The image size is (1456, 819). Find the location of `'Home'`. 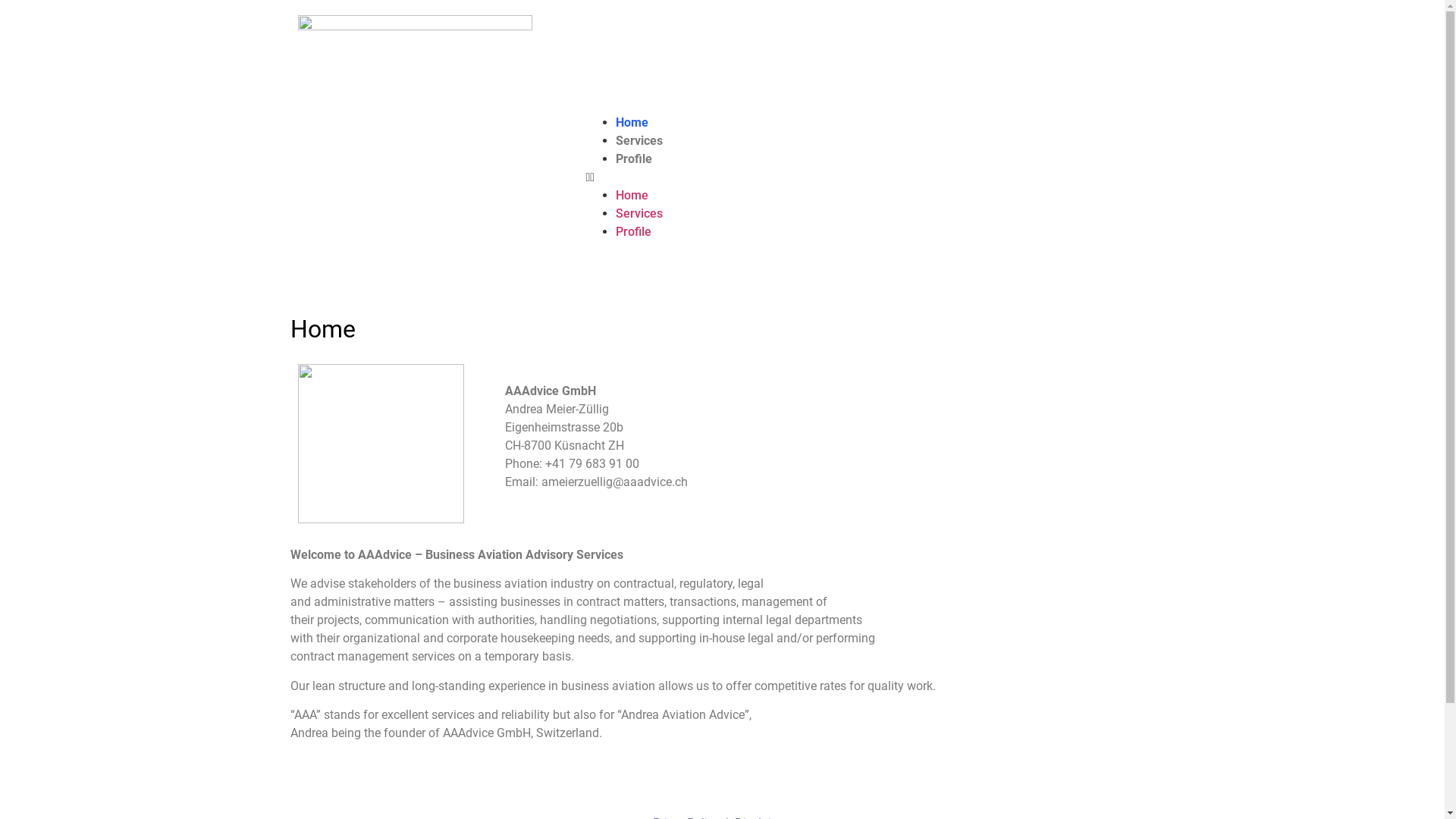

'Home' is located at coordinates (615, 194).